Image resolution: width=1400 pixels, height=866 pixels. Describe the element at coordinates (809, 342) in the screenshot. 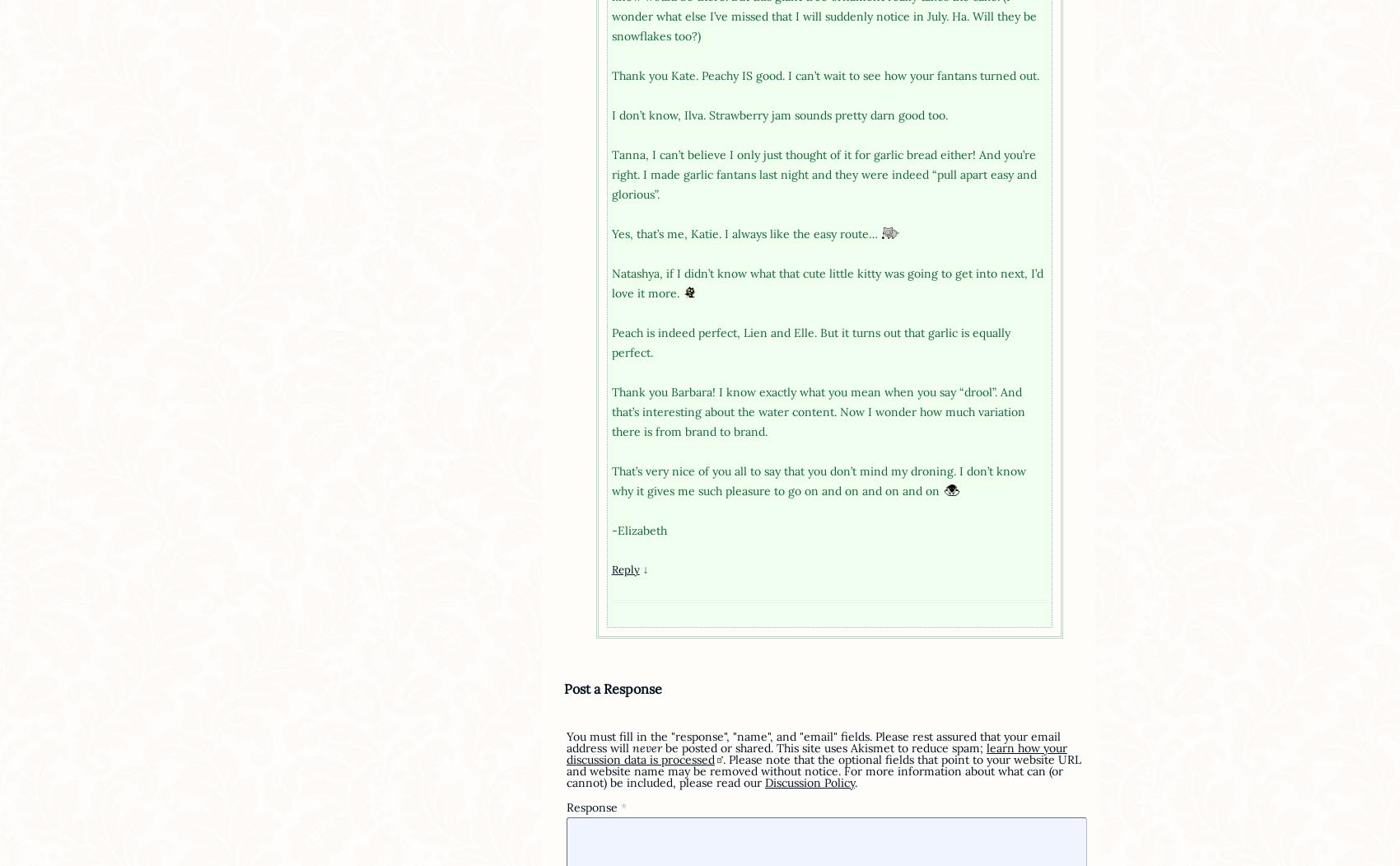

I see `'Peach is indeed perfect, Lien and Elle. But it turns out that garlic is equally perfect.'` at that location.